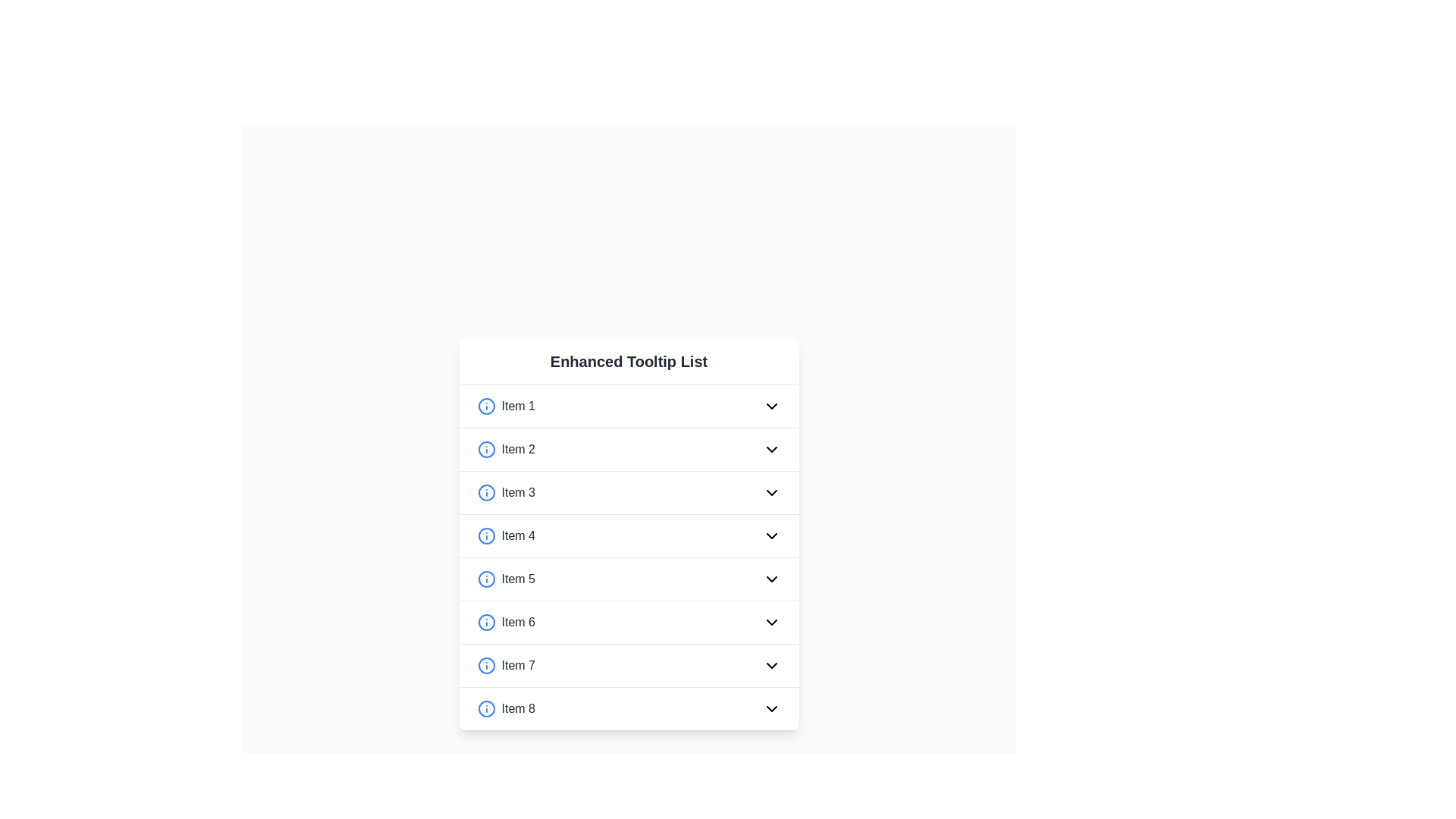 This screenshot has height=819, width=1456. What do you see at coordinates (629, 579) in the screenshot?
I see `the list item labeled 'Item 5'` at bounding box center [629, 579].